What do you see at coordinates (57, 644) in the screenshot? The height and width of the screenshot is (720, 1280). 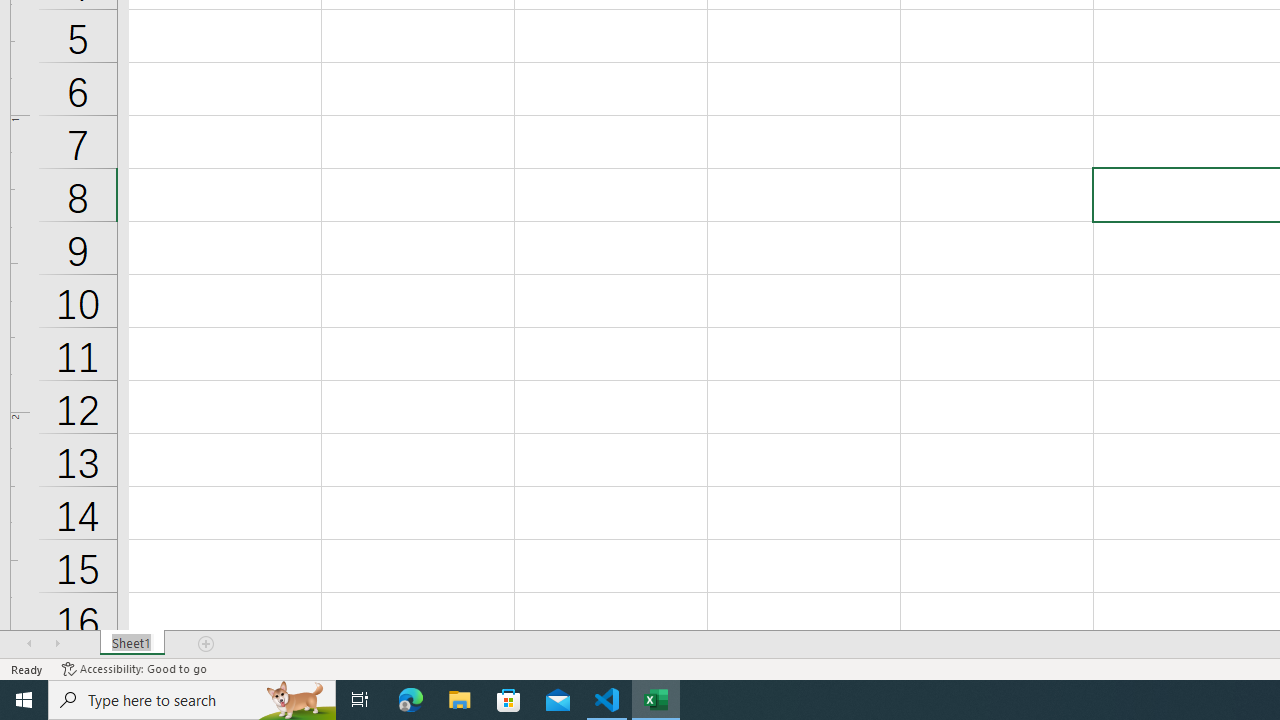 I see `'Scroll Right'` at bounding box center [57, 644].